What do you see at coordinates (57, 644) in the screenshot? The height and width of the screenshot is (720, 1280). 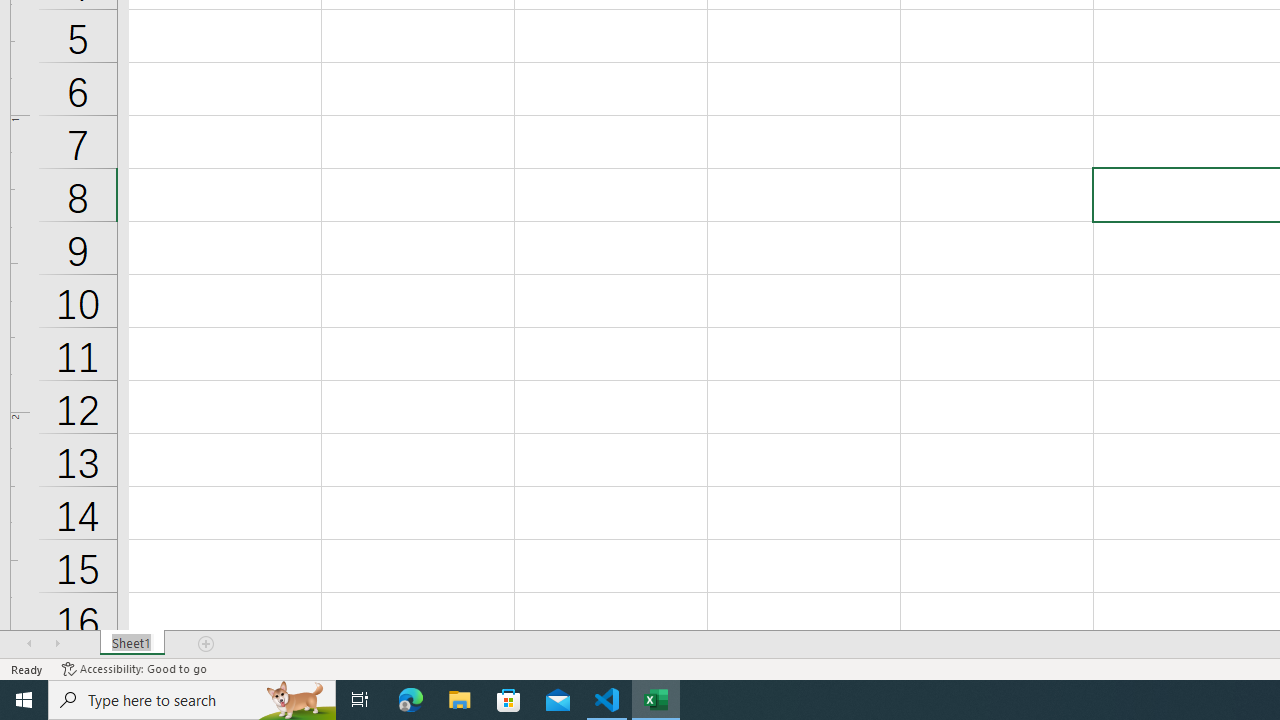 I see `'Scroll Right'` at bounding box center [57, 644].